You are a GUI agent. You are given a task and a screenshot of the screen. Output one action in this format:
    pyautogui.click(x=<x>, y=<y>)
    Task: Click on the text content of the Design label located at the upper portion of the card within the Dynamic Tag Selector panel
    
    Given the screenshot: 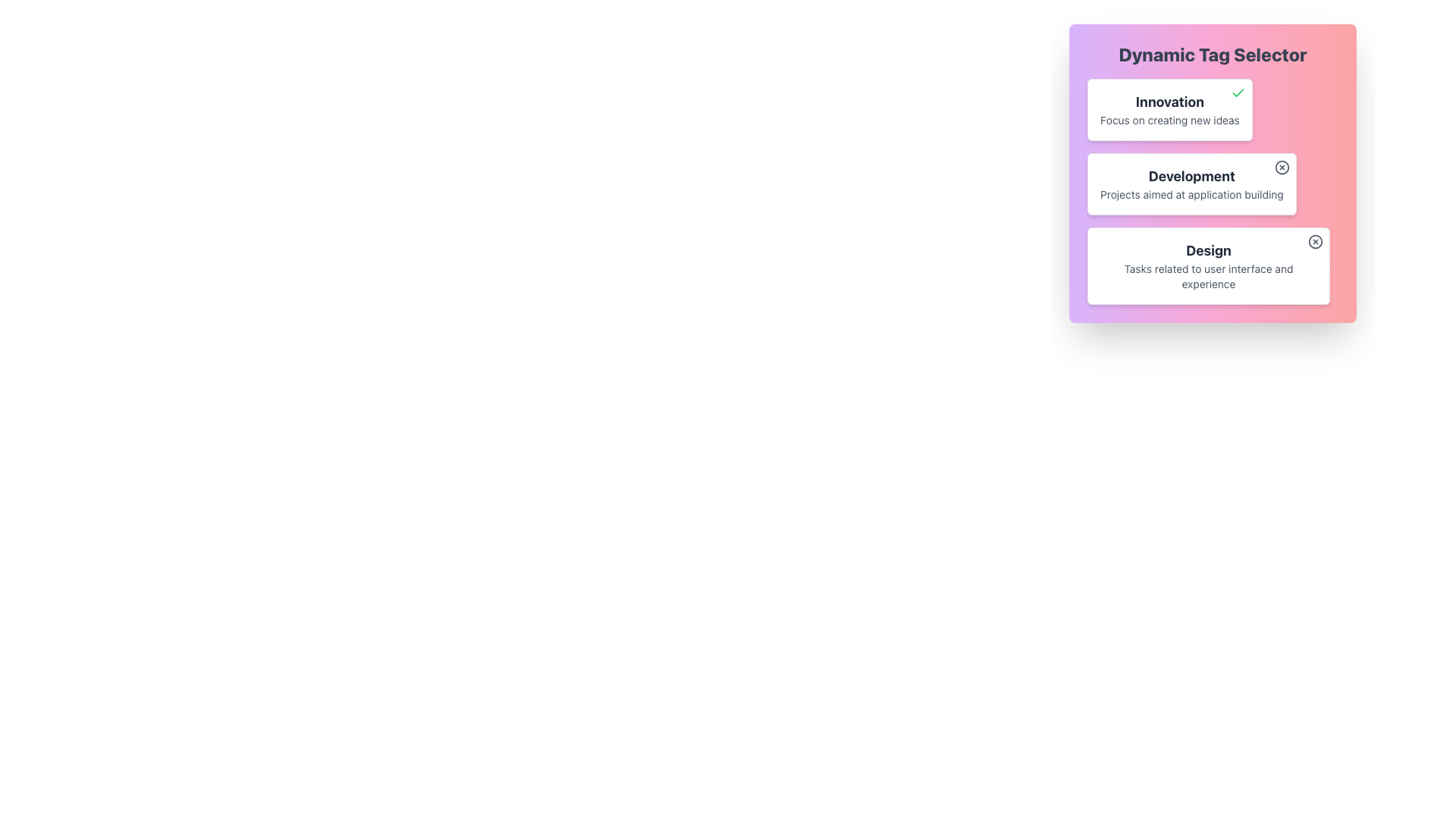 What is the action you would take?
    pyautogui.click(x=1207, y=250)
    